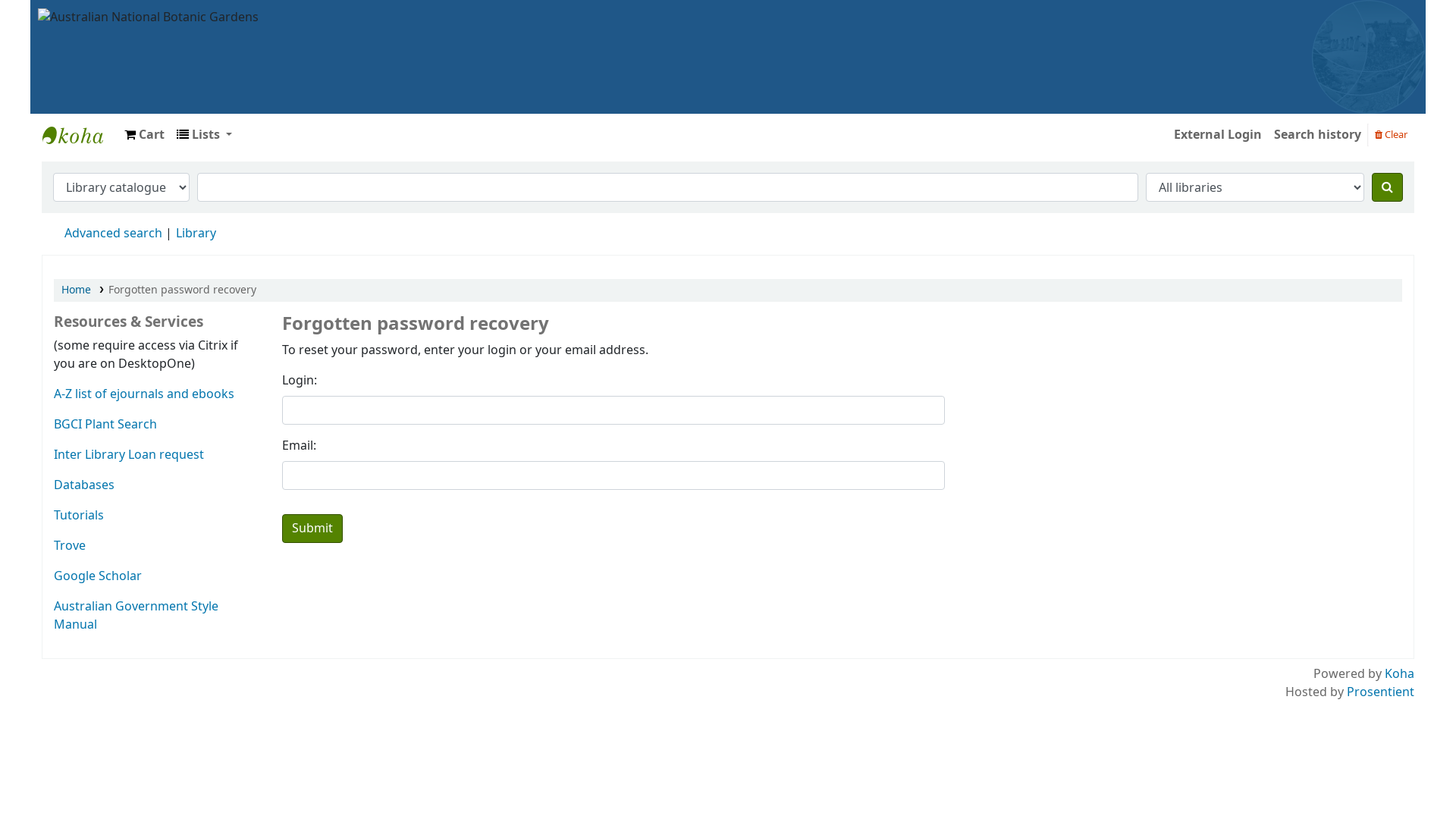 This screenshot has height=819, width=1456. Describe the element at coordinates (1398, 673) in the screenshot. I see `'Koha'` at that location.